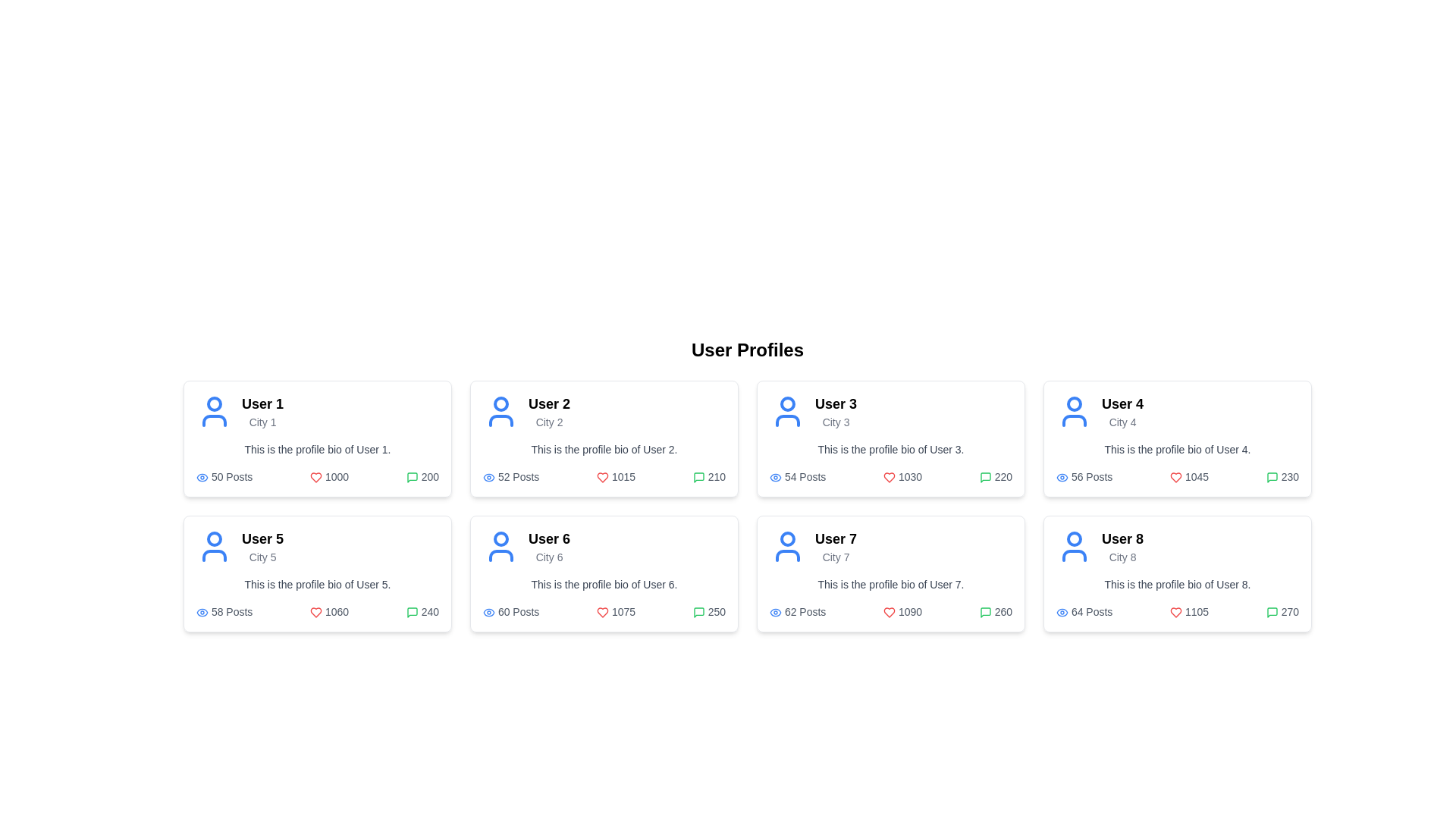 The image size is (1456, 819). I want to click on the decorative comment icon located at the bottom right of User 8's card, next to the text '270', so click(1272, 612).